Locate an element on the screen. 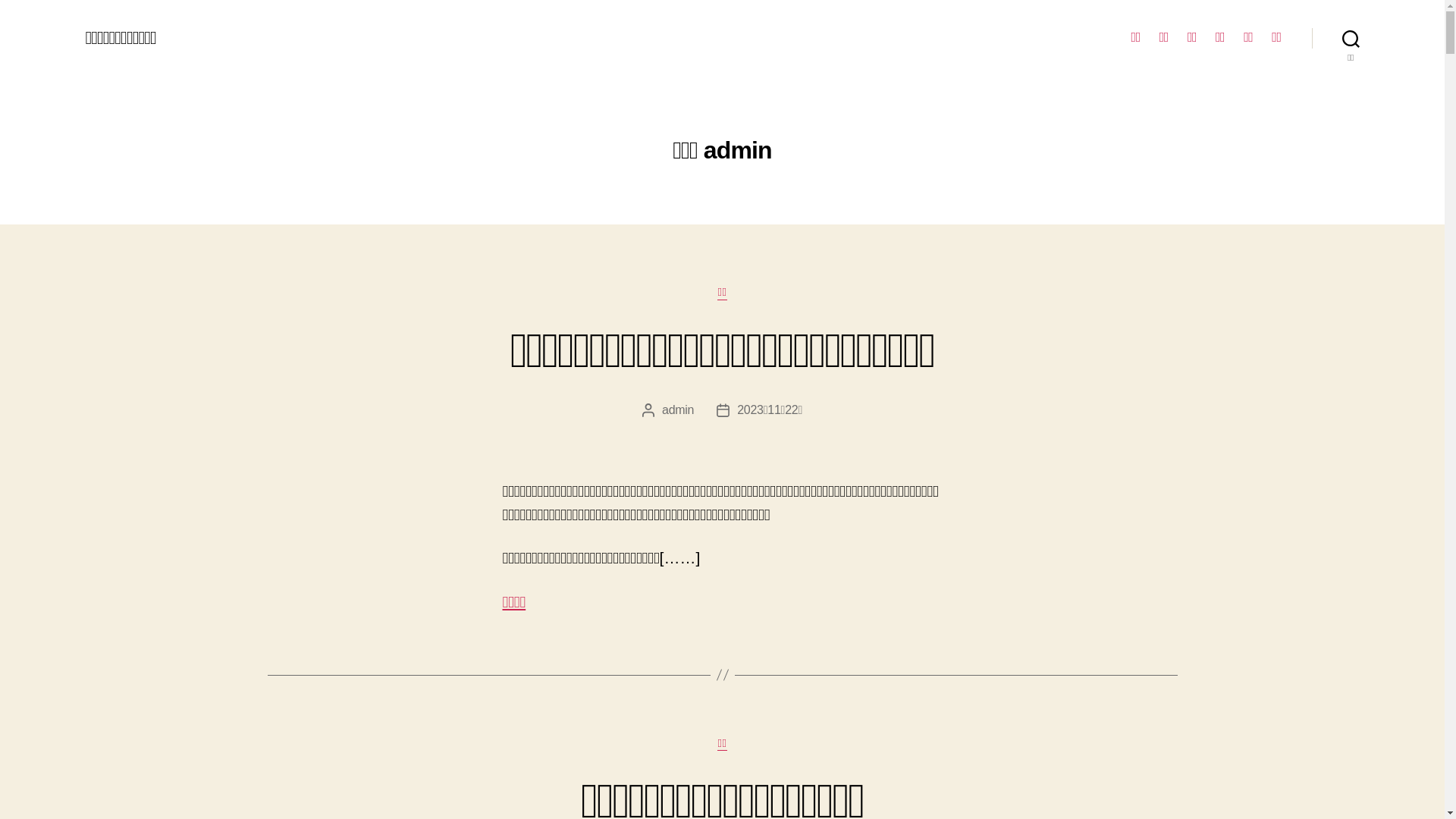 This screenshot has height=819, width=1456. 'admin' is located at coordinates (676, 409).